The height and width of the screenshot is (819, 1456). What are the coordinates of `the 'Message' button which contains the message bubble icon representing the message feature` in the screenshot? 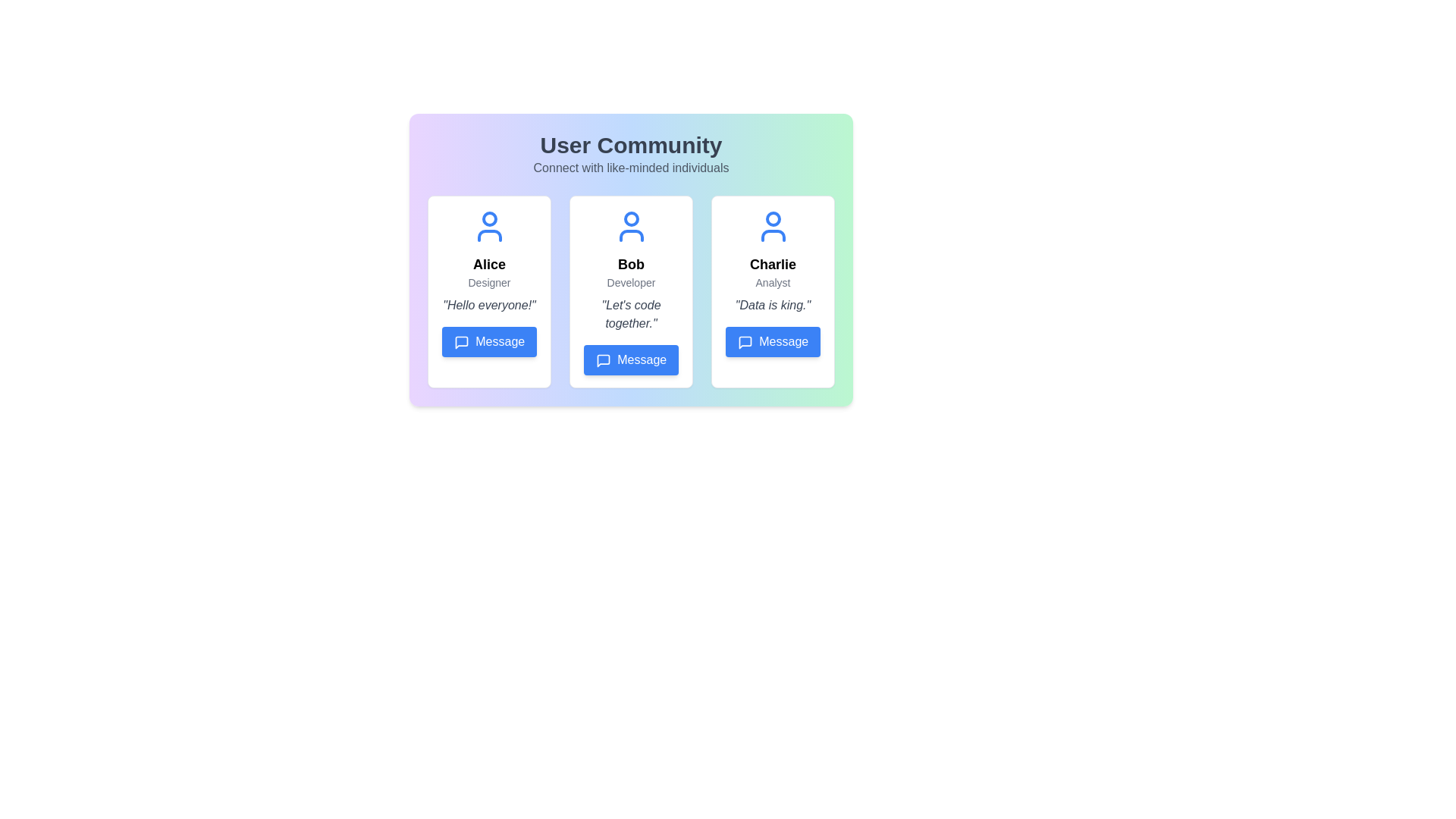 It's located at (460, 342).